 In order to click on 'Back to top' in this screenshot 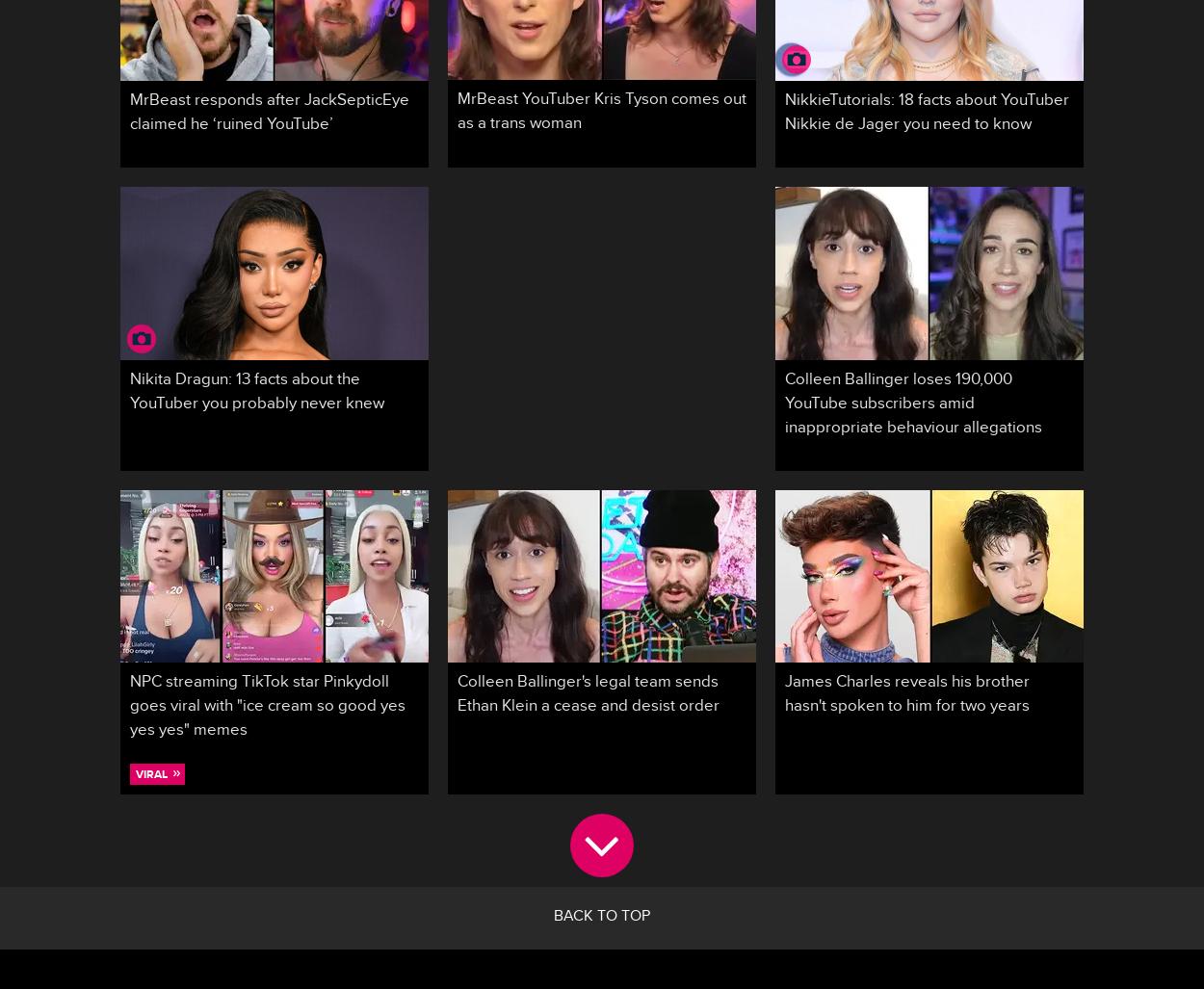, I will do `click(602, 918)`.